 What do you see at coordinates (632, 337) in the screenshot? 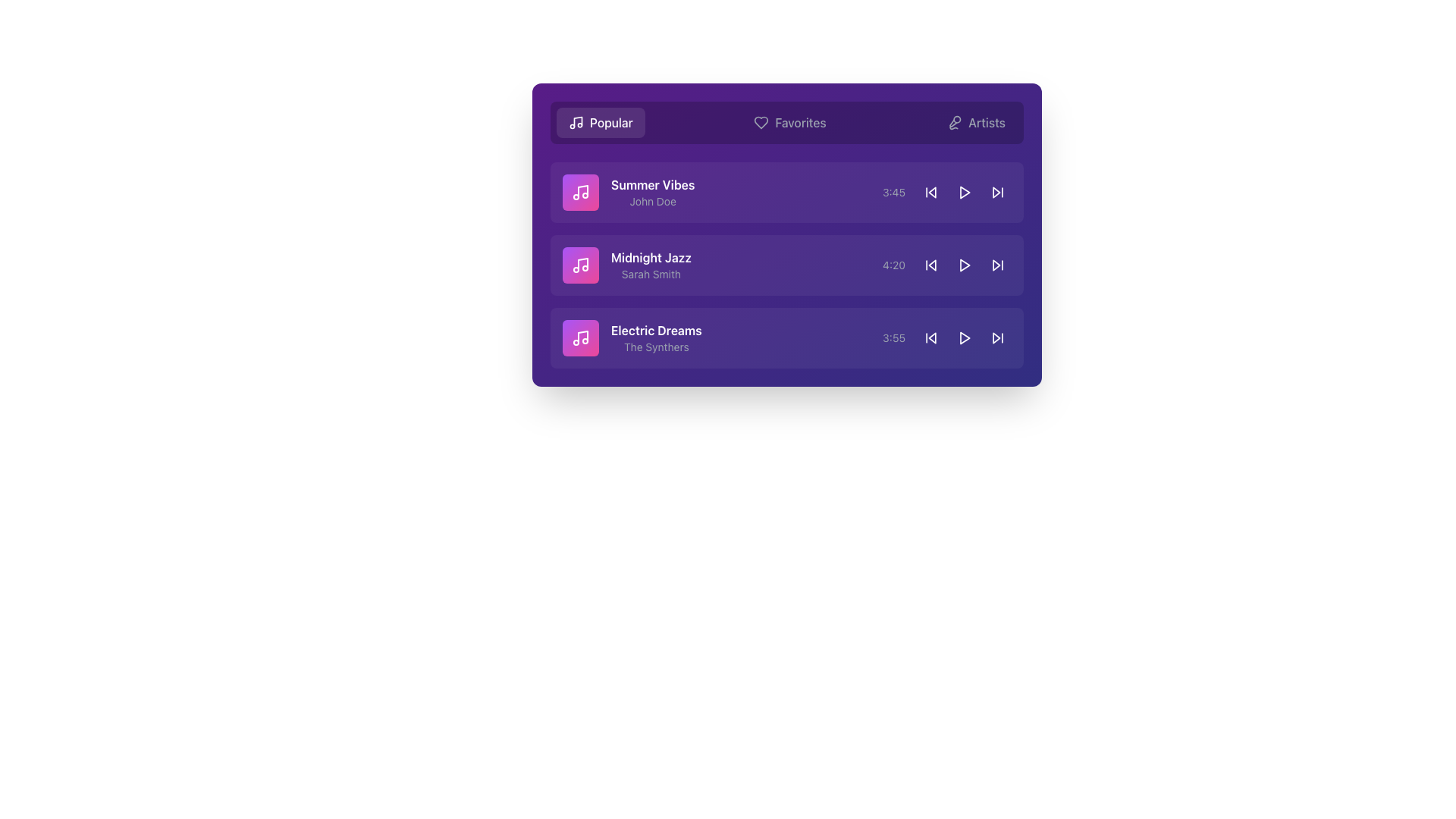
I see `the music track entry for 'Electric Dreams' by 'The Synthers'` at bounding box center [632, 337].